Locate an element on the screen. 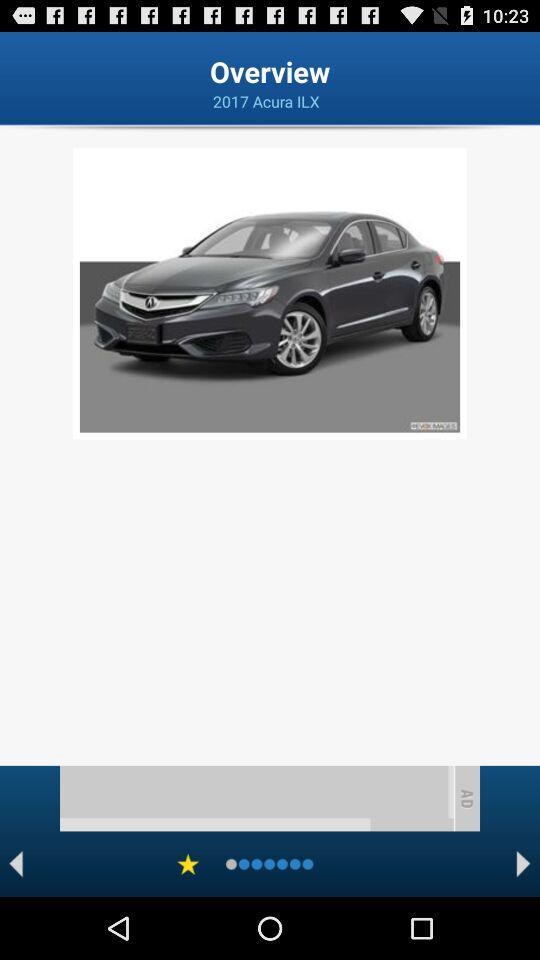 This screenshot has width=540, height=960. the play icon is located at coordinates (523, 924).